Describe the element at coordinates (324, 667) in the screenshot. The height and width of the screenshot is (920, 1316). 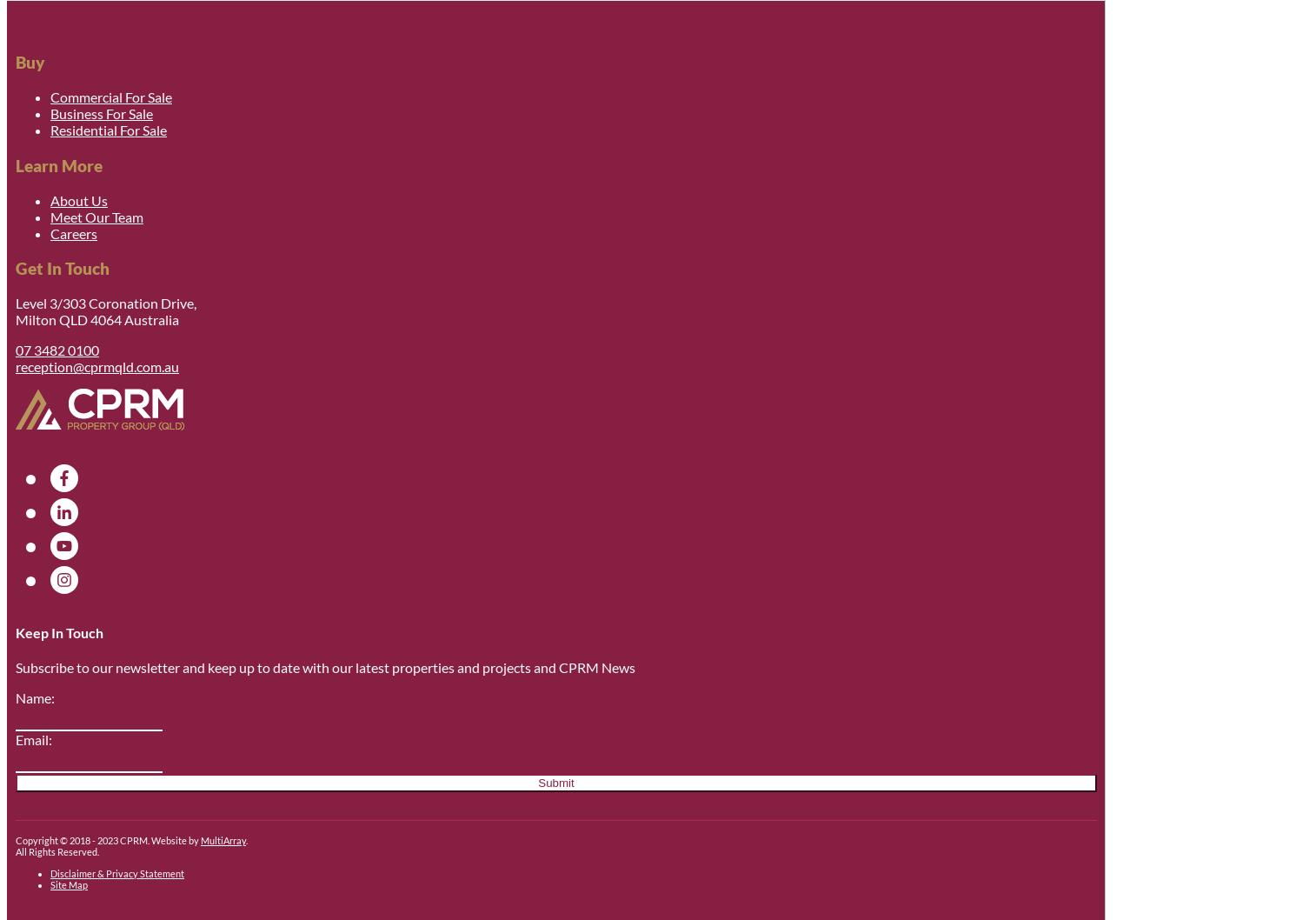
I see `'Subscribe to our newsletter and keep up to date with our latest properties and projects and CPRM News'` at that location.